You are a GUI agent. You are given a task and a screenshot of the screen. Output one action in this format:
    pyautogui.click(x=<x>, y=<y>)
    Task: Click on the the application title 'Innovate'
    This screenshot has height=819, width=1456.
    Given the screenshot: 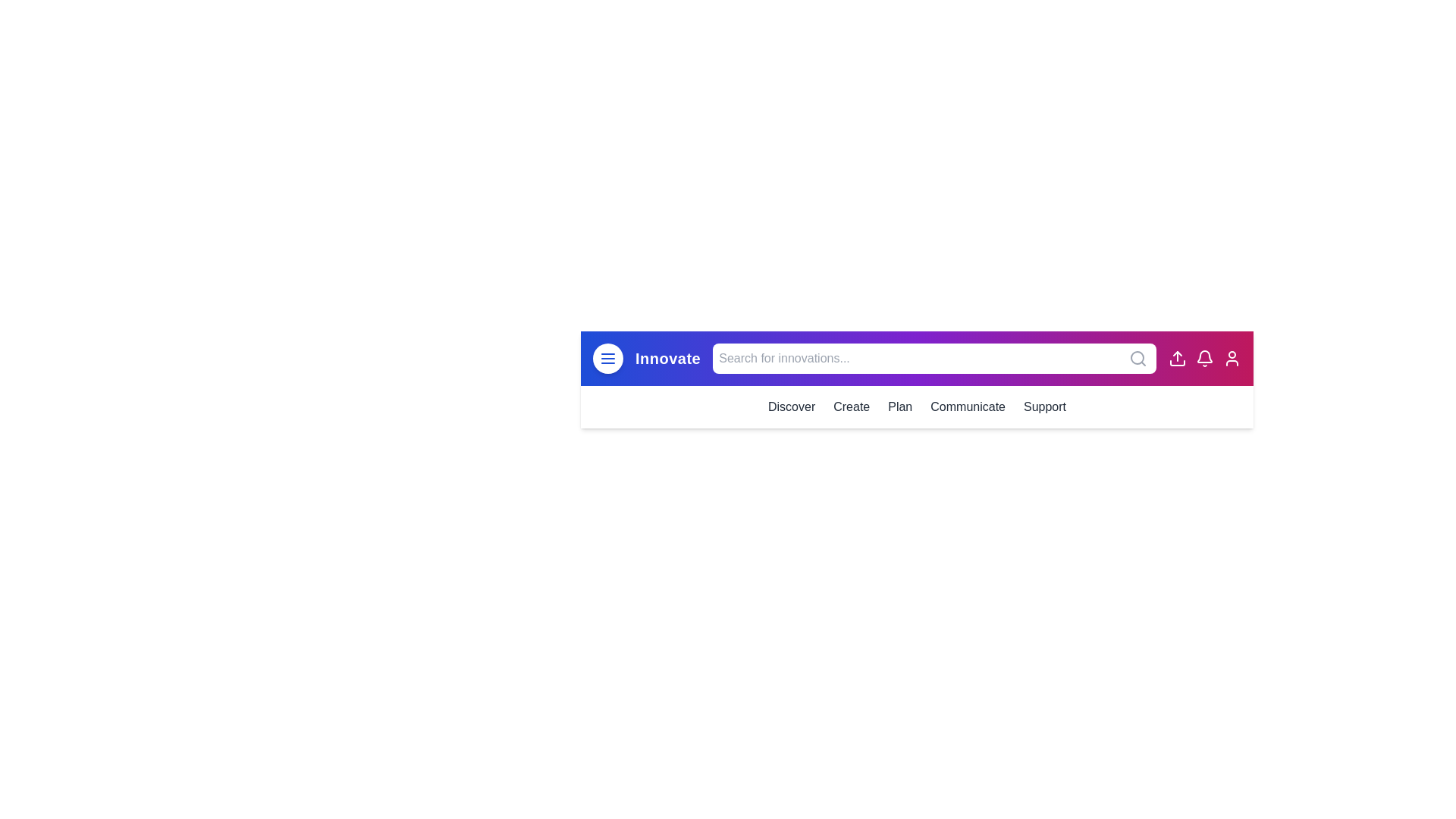 What is the action you would take?
    pyautogui.click(x=667, y=359)
    